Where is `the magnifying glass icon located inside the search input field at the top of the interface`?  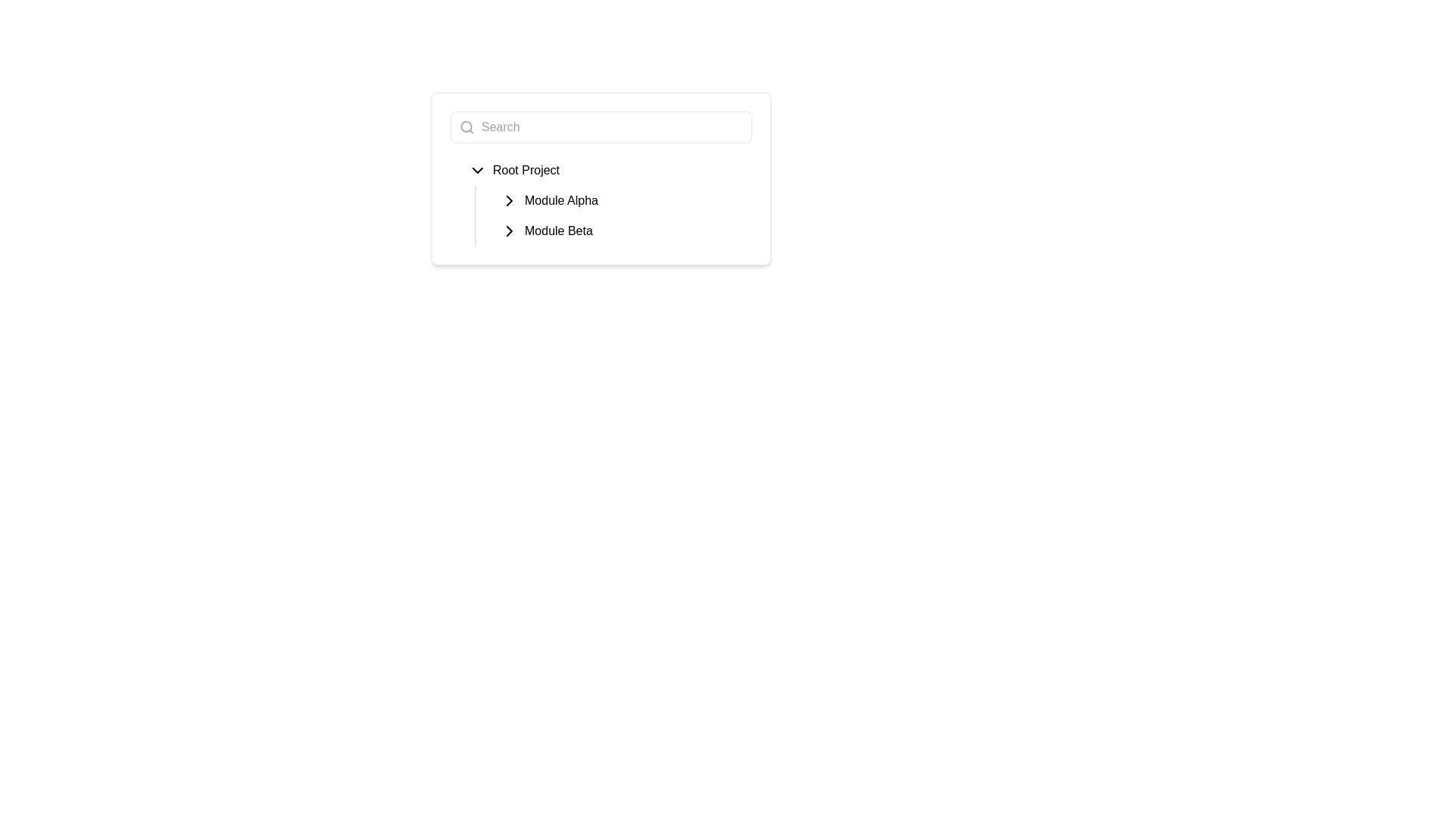 the magnifying glass icon located inside the search input field at the top of the interface is located at coordinates (466, 127).